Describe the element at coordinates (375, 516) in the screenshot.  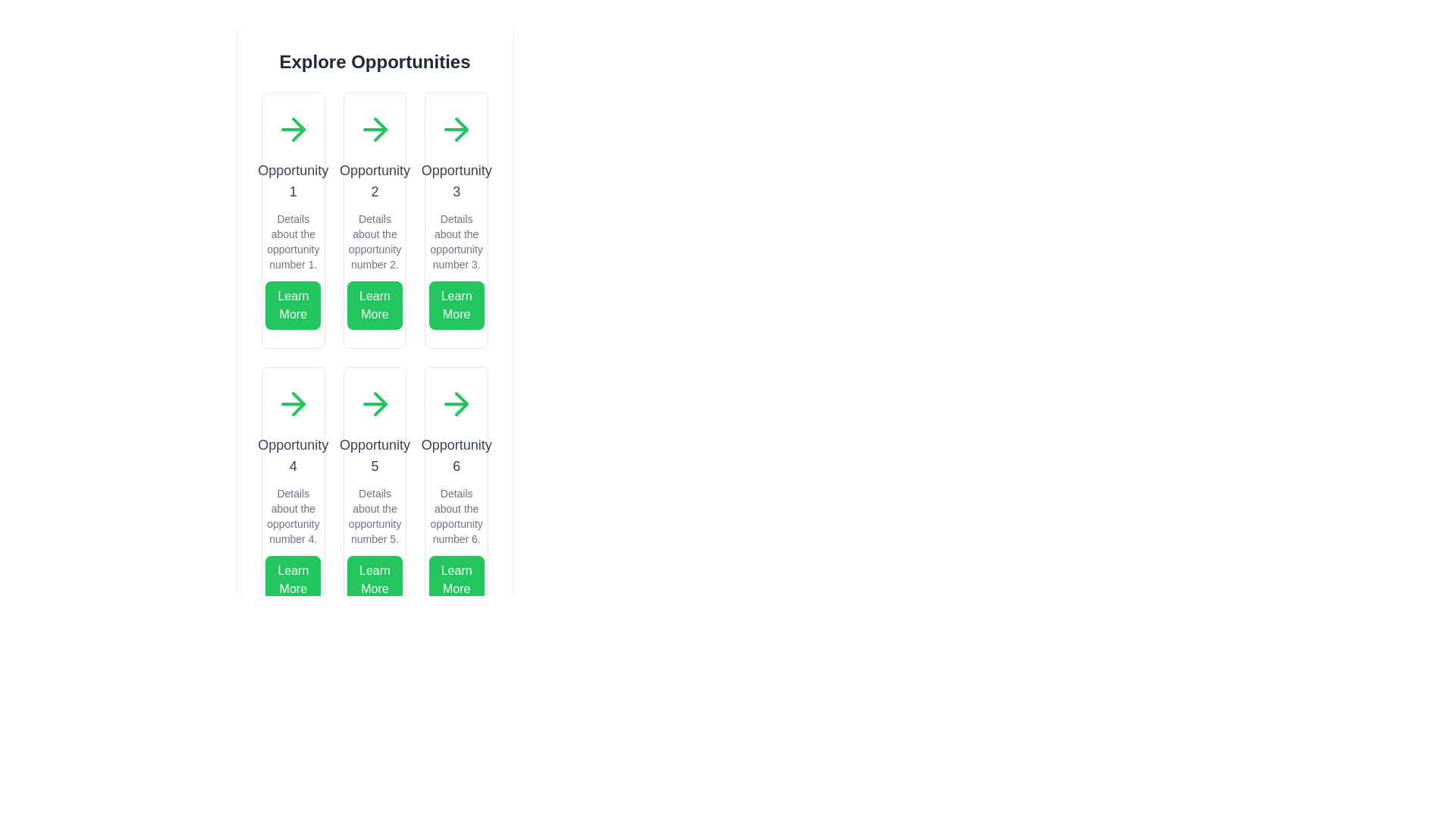
I see `the descriptive text element displaying 'Details about the opportunity number 5.' which is located below the header 'Opportunity 5' and above the button labeled 'Learn More'` at that location.